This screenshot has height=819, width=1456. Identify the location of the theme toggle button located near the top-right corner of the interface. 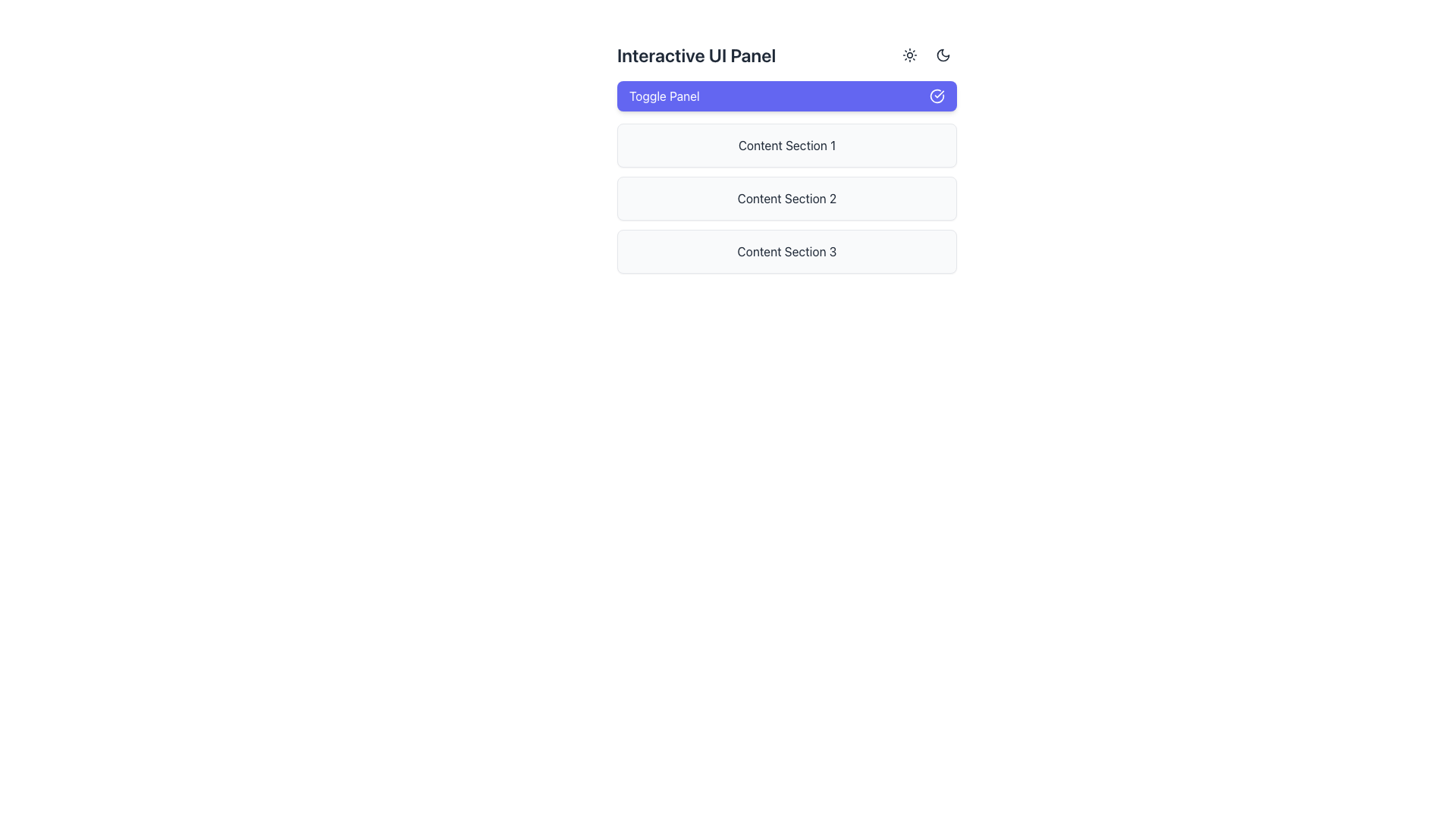
(942, 55).